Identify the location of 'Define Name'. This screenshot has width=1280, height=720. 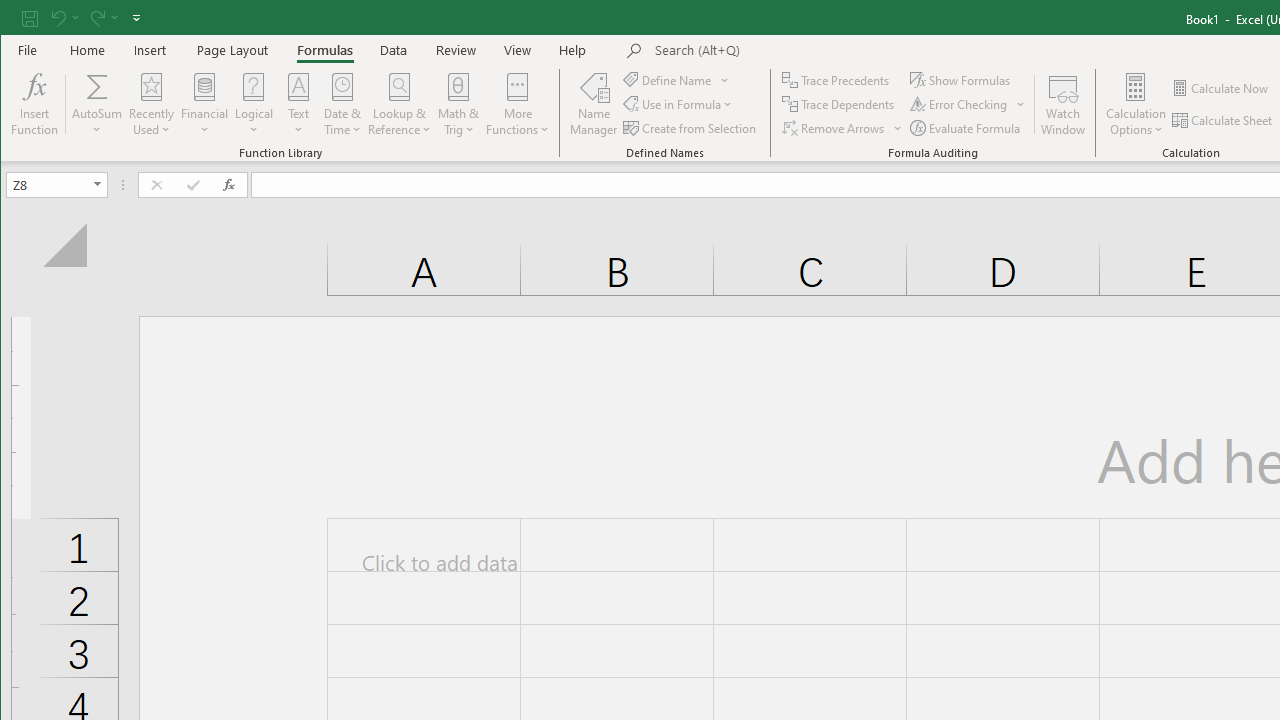
(676, 79).